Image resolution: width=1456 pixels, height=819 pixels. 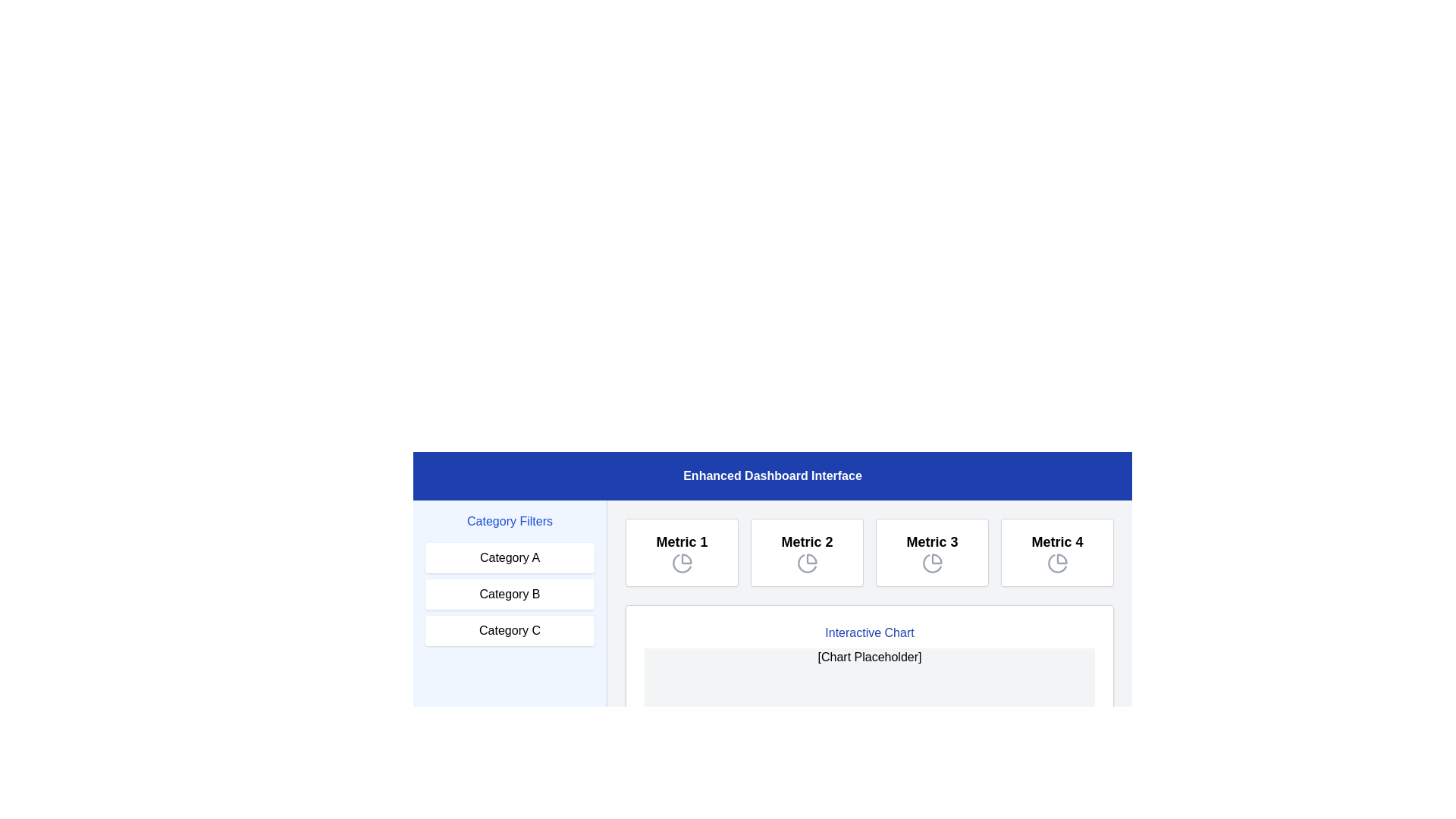 I want to click on text from the 'Metric 1' label, which is a bold and enlarged font text located at the top of the first card in a series of metrics, so click(x=681, y=541).